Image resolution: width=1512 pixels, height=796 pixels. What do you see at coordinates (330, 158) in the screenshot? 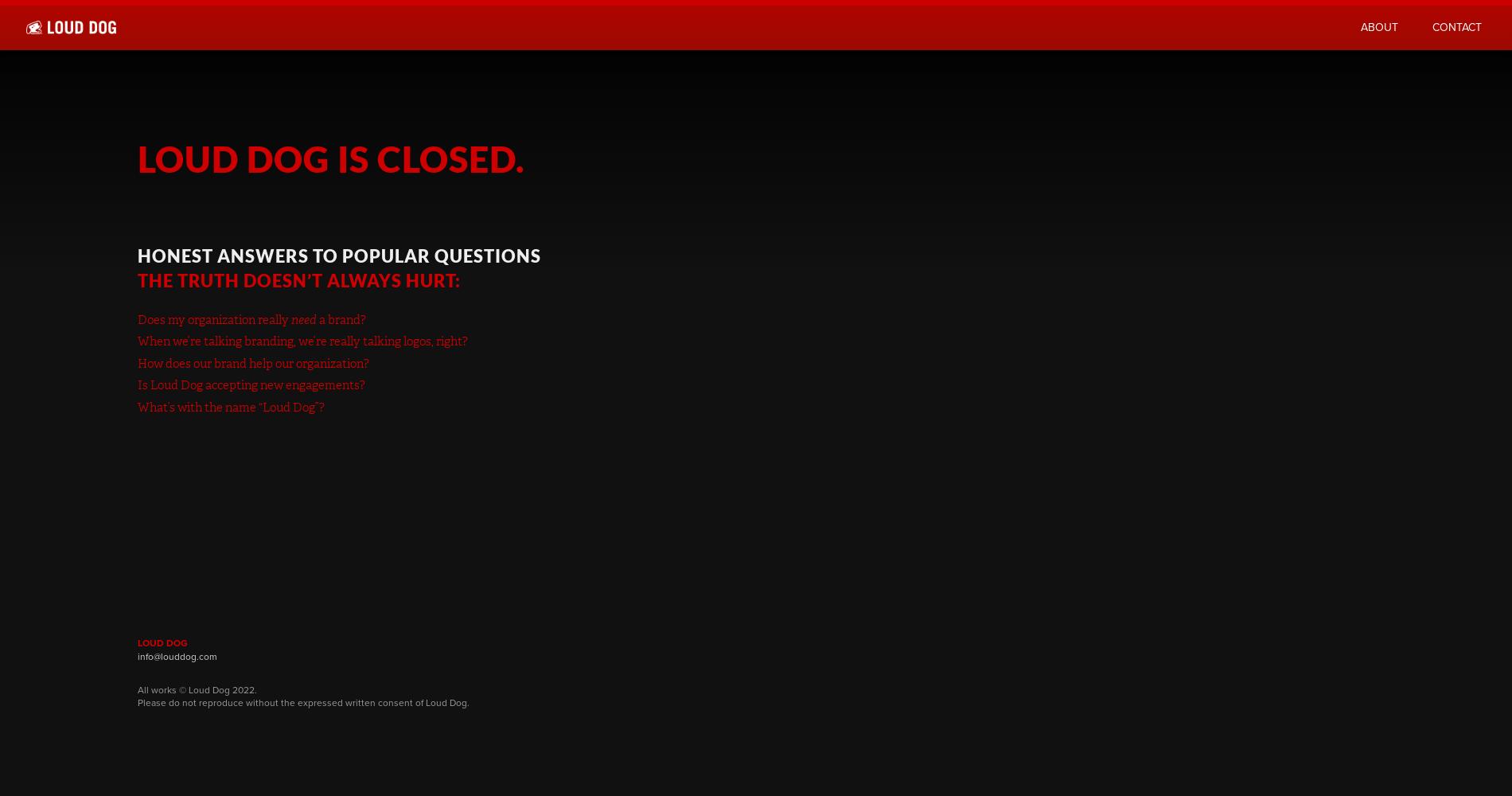
I see `'Loud Dog is closed.'` at bounding box center [330, 158].